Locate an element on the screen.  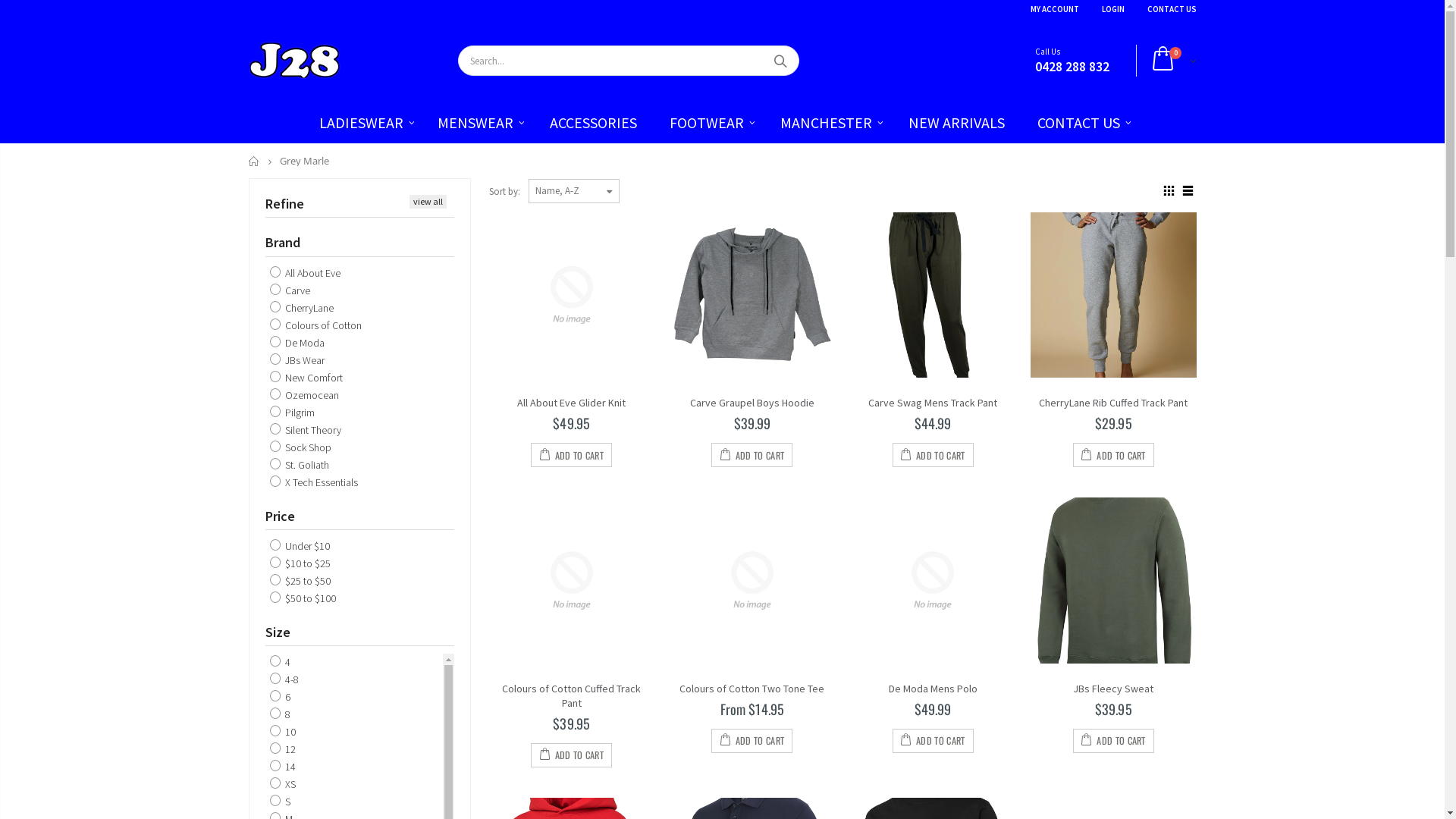
'6' is located at coordinates (280, 696).